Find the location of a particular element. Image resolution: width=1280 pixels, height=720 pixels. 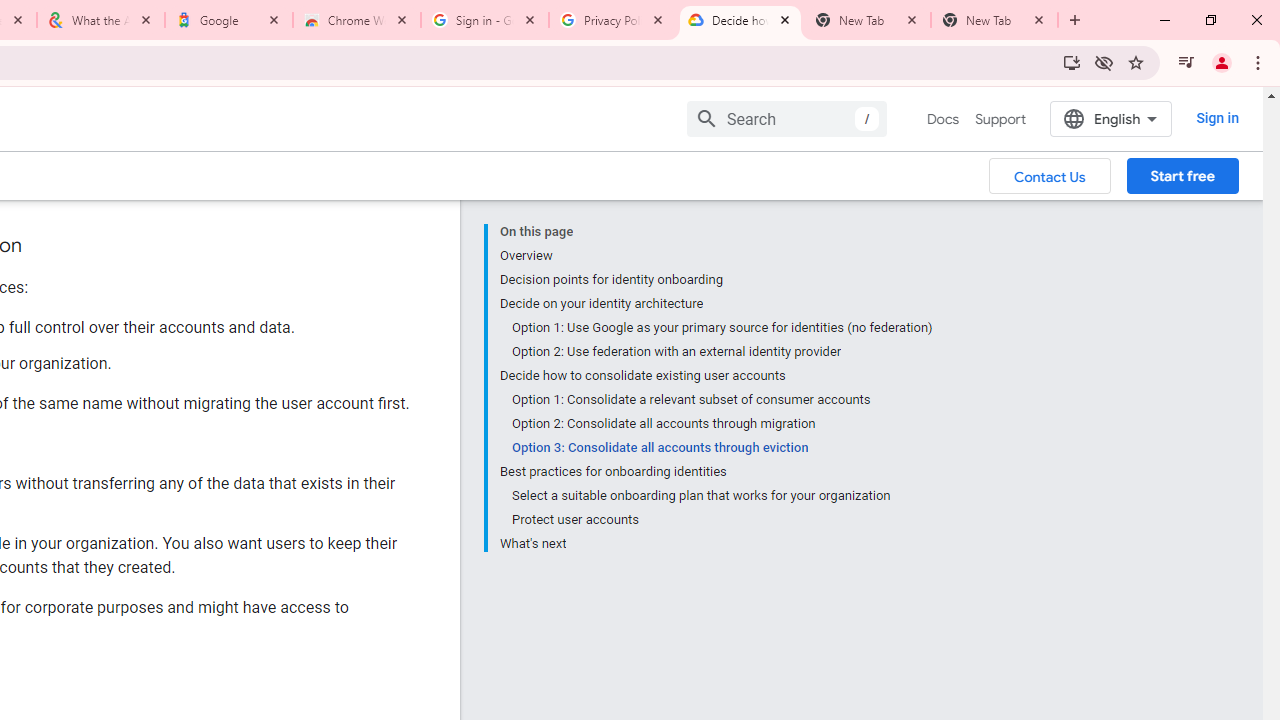

'Support' is located at coordinates (1000, 119).